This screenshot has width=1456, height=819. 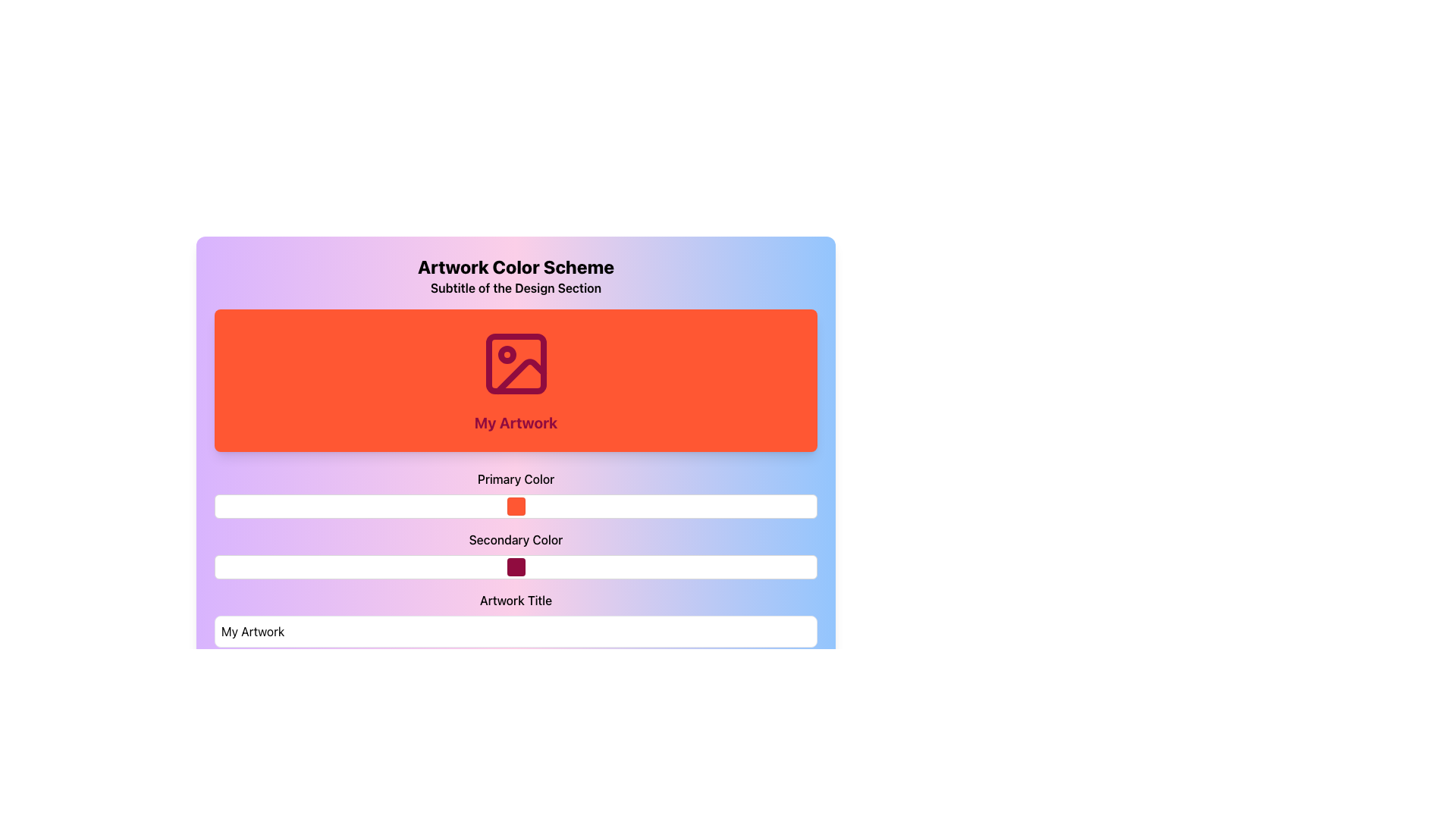 What do you see at coordinates (516, 506) in the screenshot?
I see `the square color block that serves as the Color picker trigger, which is solid red and located near the 'Primary Color' label` at bounding box center [516, 506].